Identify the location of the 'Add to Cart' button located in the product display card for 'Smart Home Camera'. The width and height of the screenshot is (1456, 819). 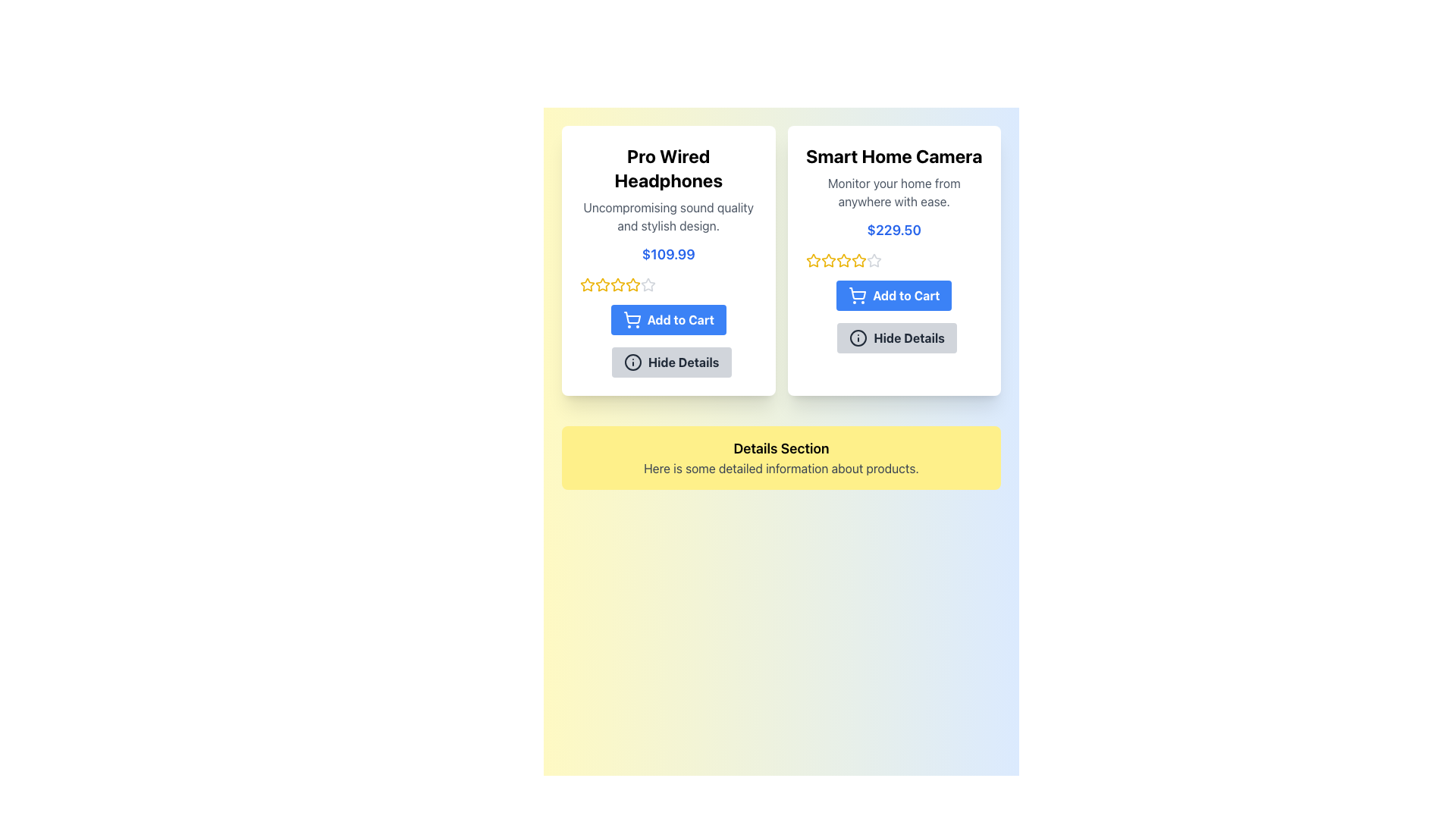
(894, 295).